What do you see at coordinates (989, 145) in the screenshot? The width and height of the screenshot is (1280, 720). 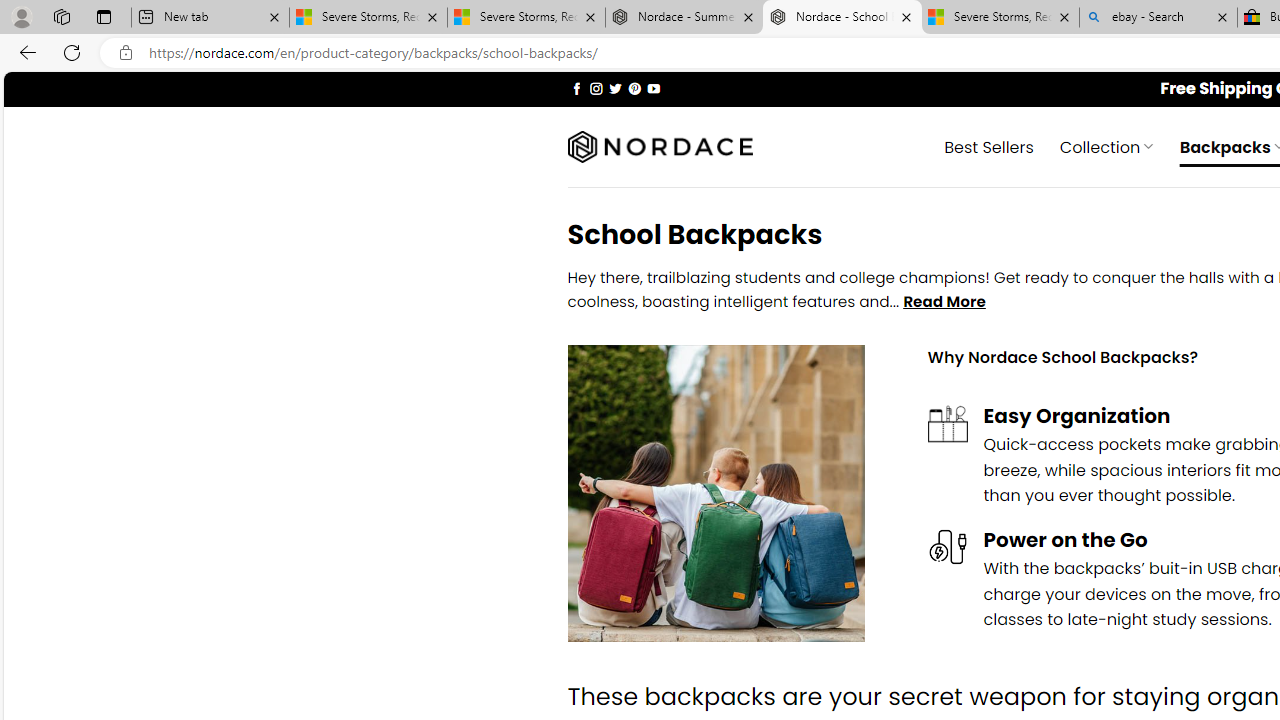 I see `'  Best Sellers'` at bounding box center [989, 145].